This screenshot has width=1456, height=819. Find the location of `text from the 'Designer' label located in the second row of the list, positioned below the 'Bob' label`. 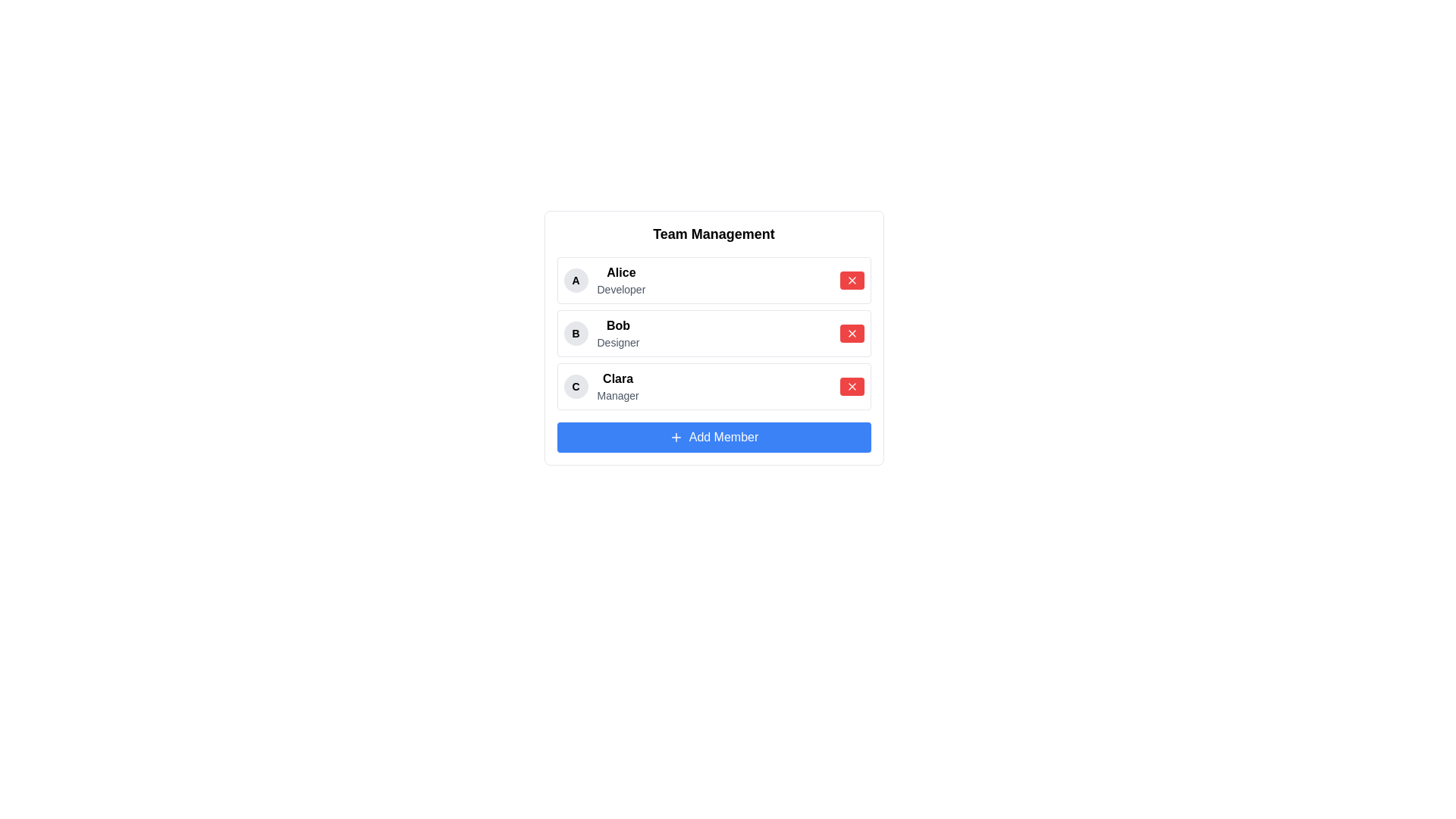

text from the 'Designer' label located in the second row of the list, positioned below the 'Bob' label is located at coordinates (618, 342).